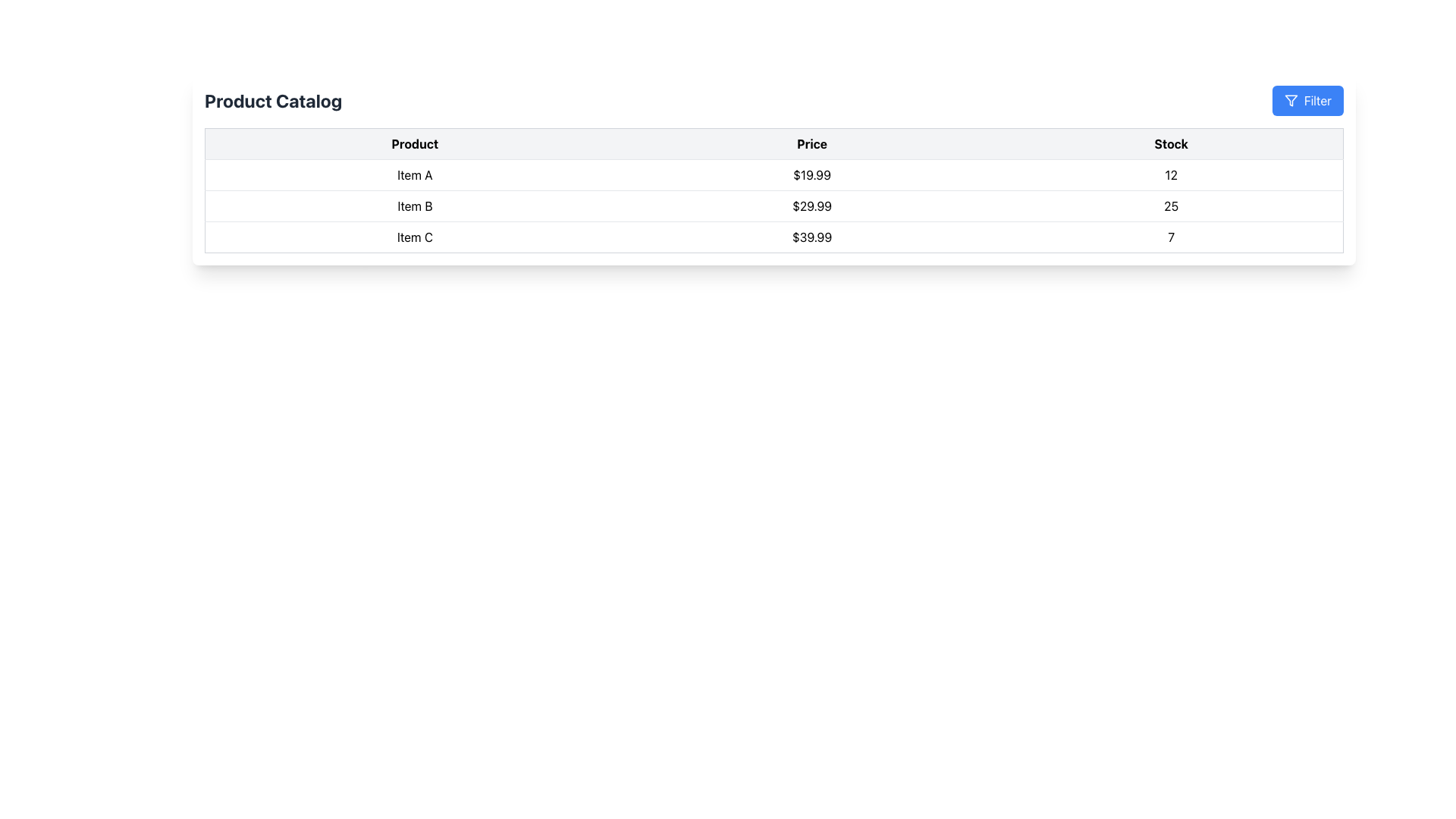 Image resolution: width=1456 pixels, height=819 pixels. What do you see at coordinates (774, 174) in the screenshot?
I see `the first row of the table displaying 'Item A' with price '$19.99' and stock '12'` at bounding box center [774, 174].